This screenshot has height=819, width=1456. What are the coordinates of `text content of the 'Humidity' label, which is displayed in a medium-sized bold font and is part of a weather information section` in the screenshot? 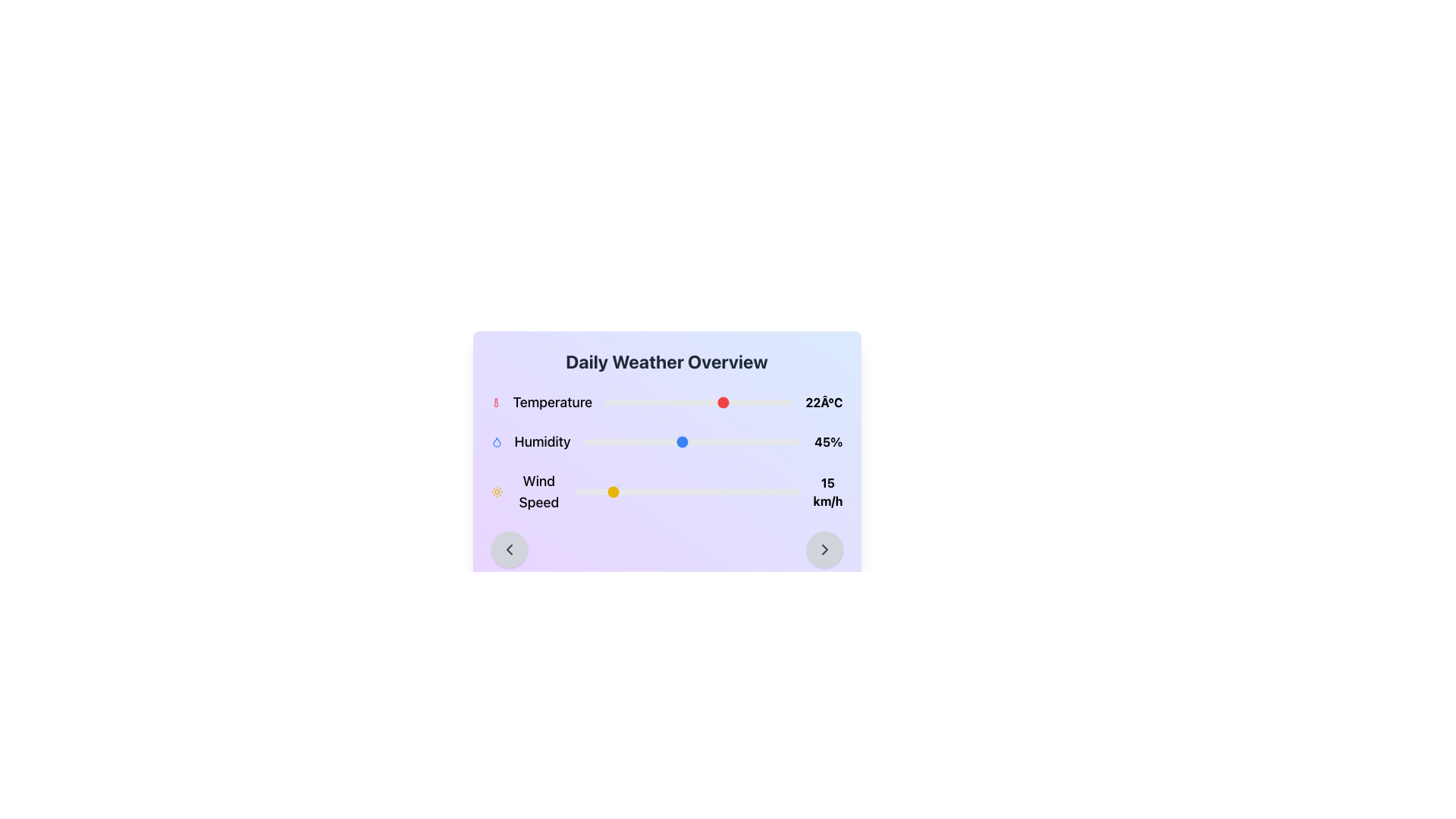 It's located at (542, 441).